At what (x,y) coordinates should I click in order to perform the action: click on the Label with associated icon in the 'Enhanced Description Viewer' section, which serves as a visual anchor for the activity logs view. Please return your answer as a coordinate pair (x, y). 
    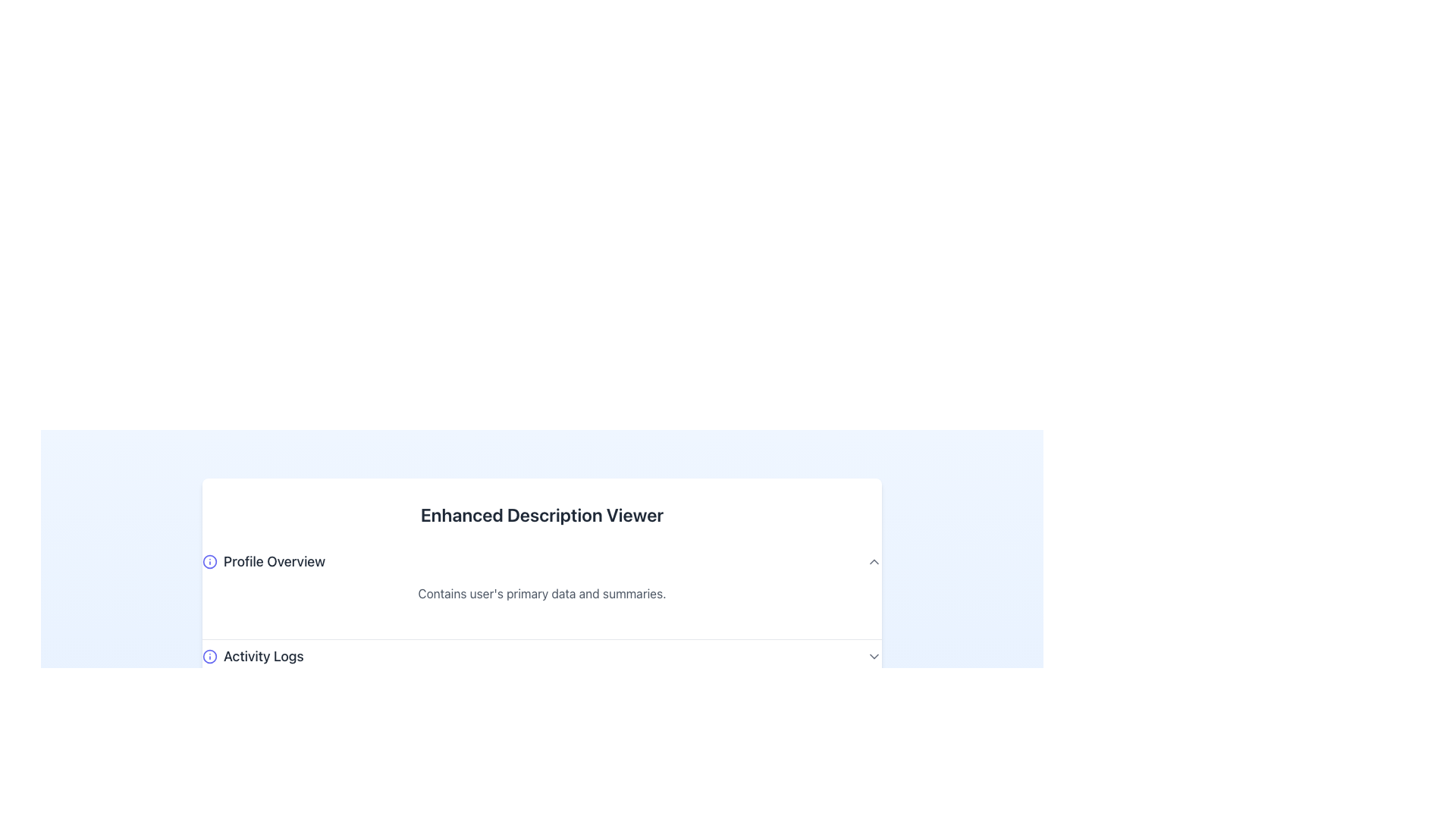
    Looking at the image, I should click on (253, 656).